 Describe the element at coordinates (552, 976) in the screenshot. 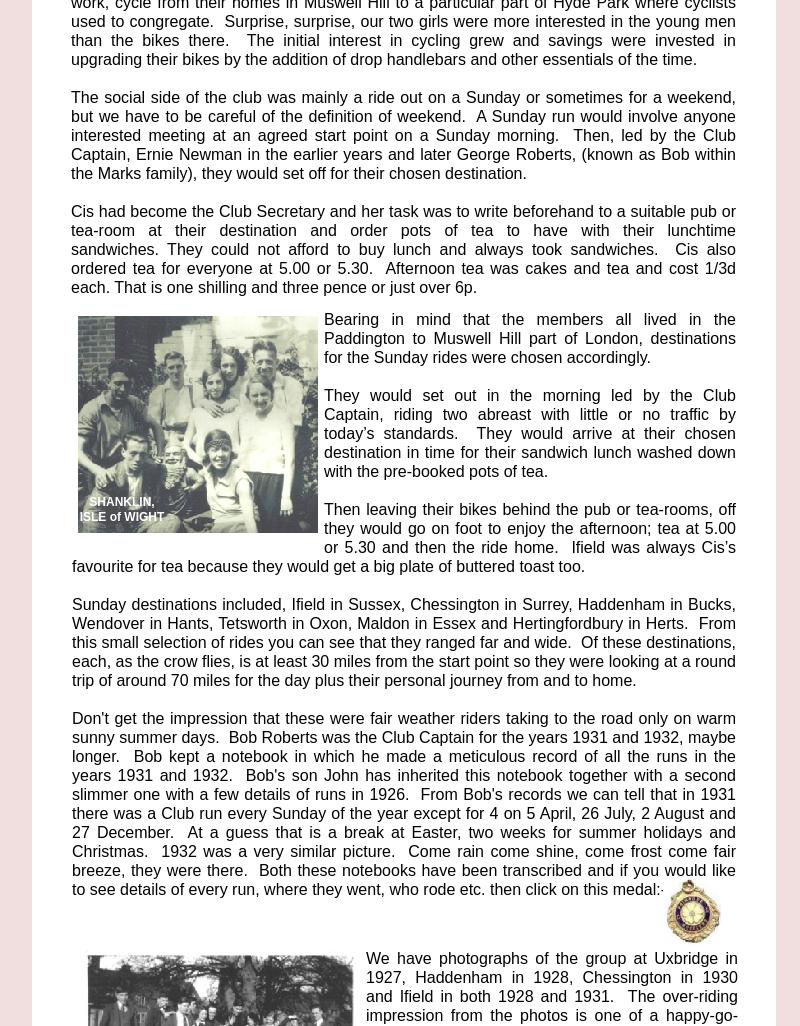

I see `'We have photographs of the group at Uxbridge in 1927, Haddenham in 1928, Chessington in 1930 and Ifield in both 1928 and 1931.  The over-'` at that location.